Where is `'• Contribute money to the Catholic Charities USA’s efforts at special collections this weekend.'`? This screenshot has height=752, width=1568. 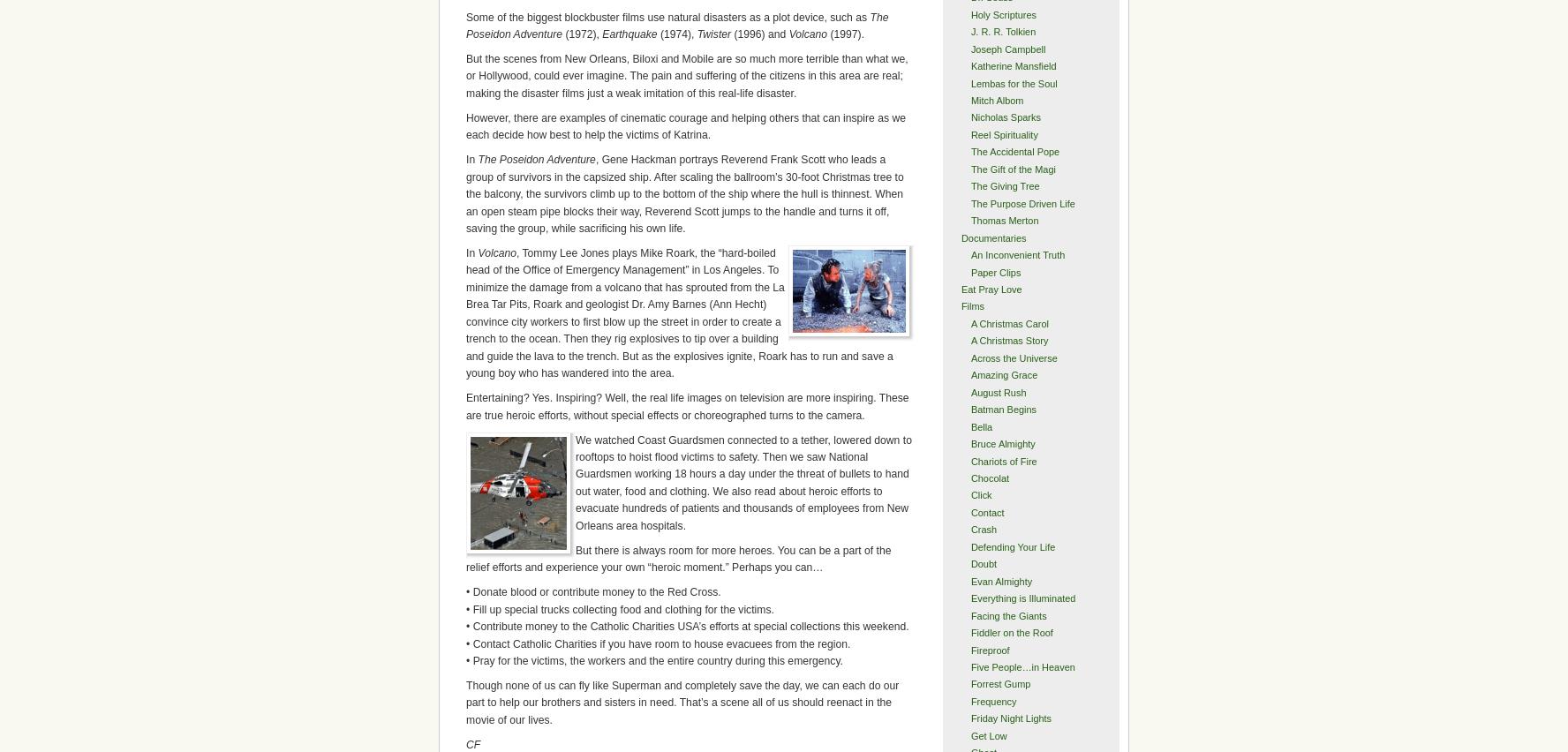 '• Contribute money to the Catholic Charities USA’s efforts at special collections this weekend.' is located at coordinates (686, 626).